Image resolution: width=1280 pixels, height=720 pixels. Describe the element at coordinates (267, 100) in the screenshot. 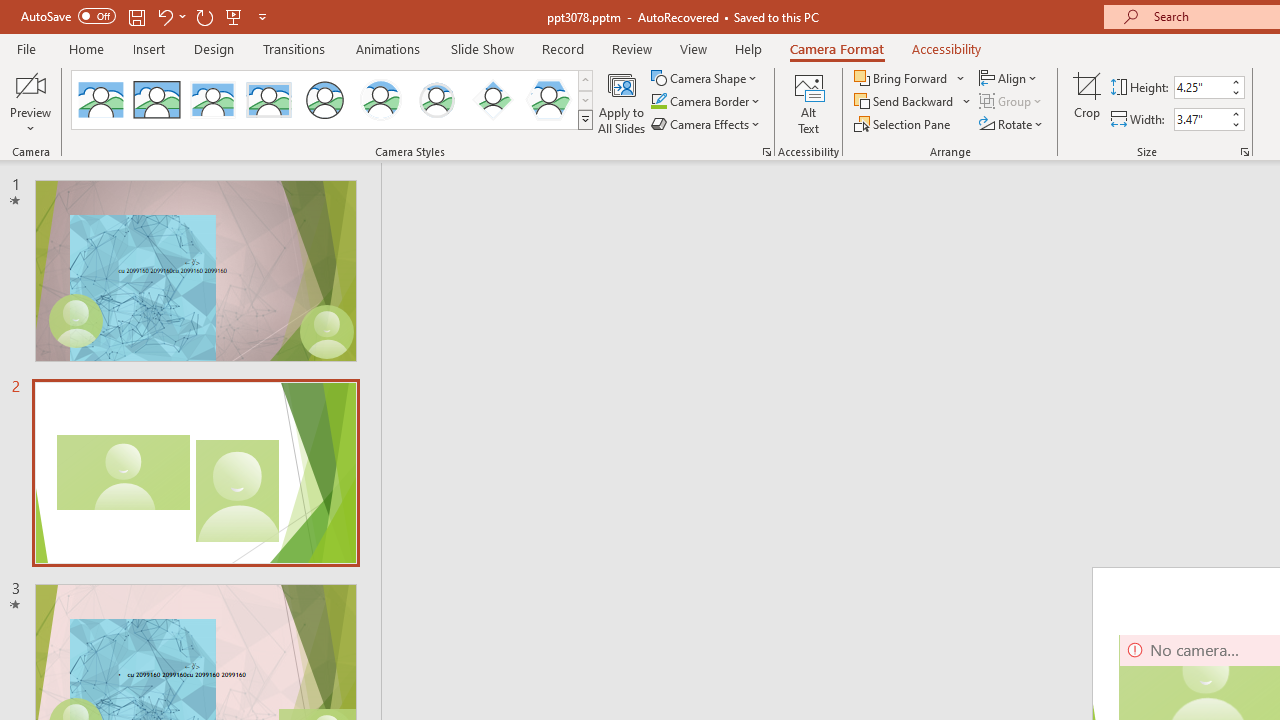

I see `'Soft Edge Rectangle'` at that location.